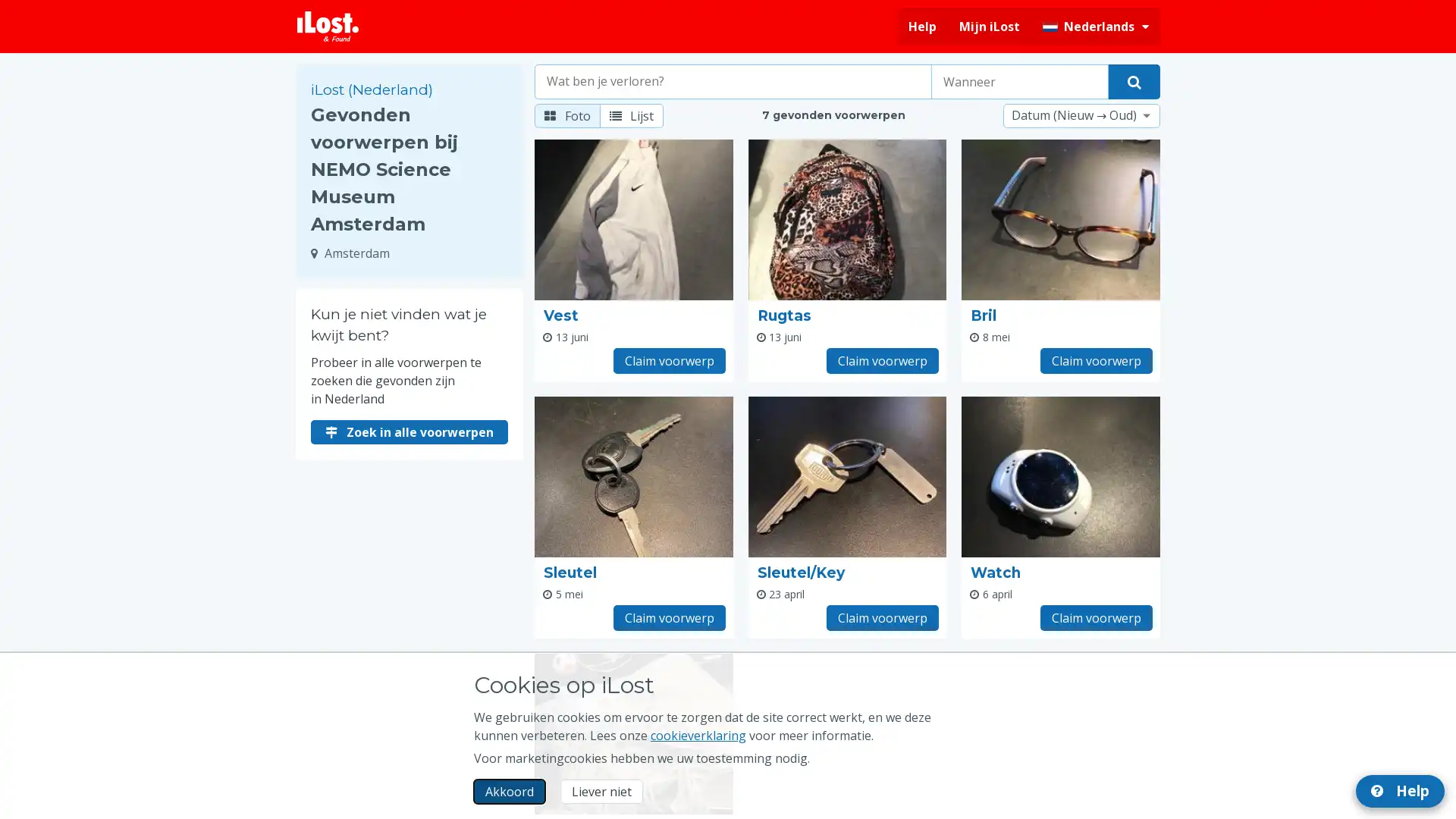 The width and height of the screenshot is (1456, 819). Describe the element at coordinates (601, 791) in the screenshot. I see `Liever niet Ik wil niet dat iLost marketingcookies gebruikt` at that location.